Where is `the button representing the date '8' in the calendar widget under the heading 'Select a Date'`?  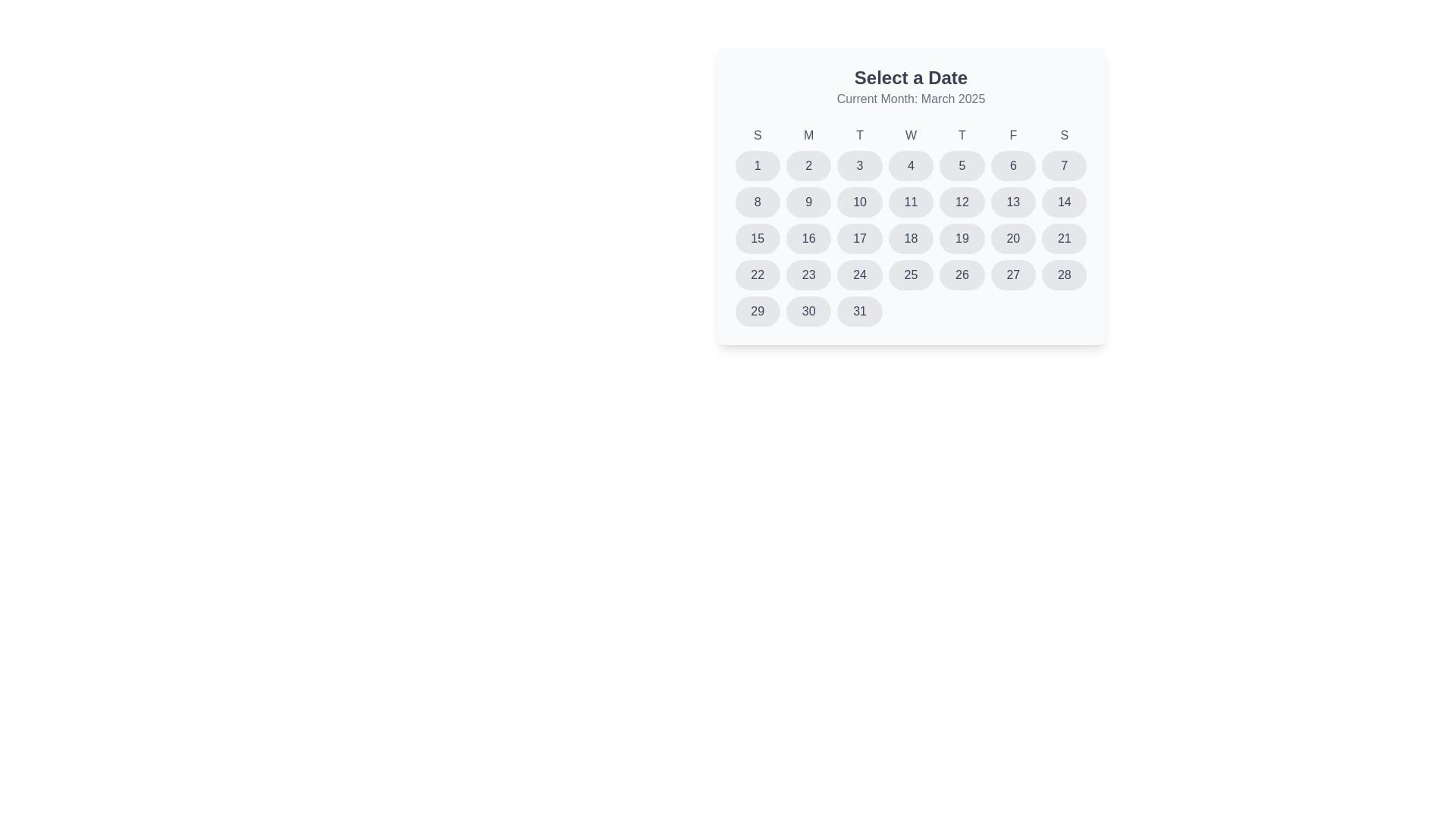 the button representing the date '8' in the calendar widget under the heading 'Select a Date' is located at coordinates (758, 201).